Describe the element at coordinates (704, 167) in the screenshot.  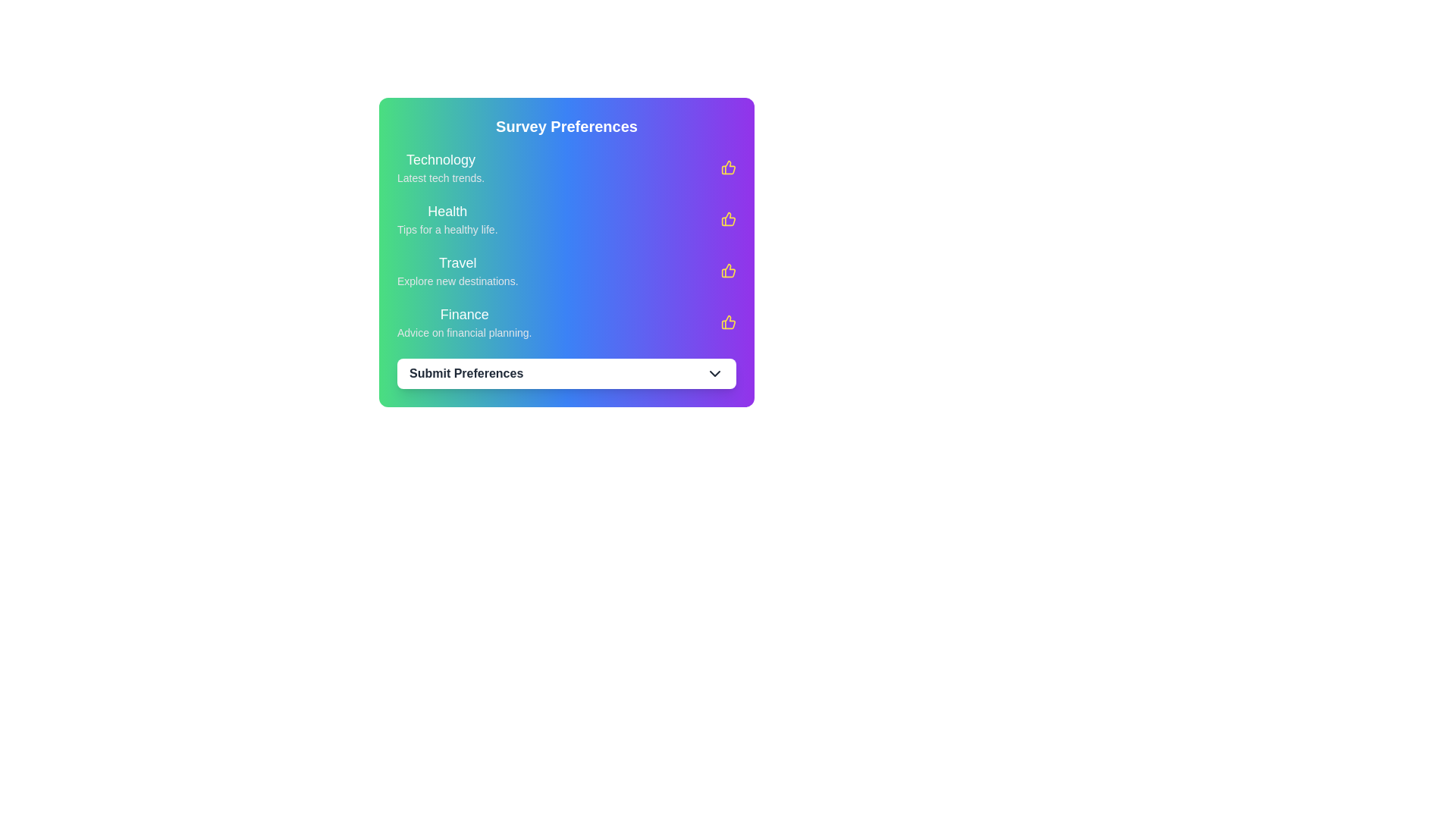
I see `the 'Technology' preference checkbox located in the 'Survey Preferences' section for visual feedback` at that location.